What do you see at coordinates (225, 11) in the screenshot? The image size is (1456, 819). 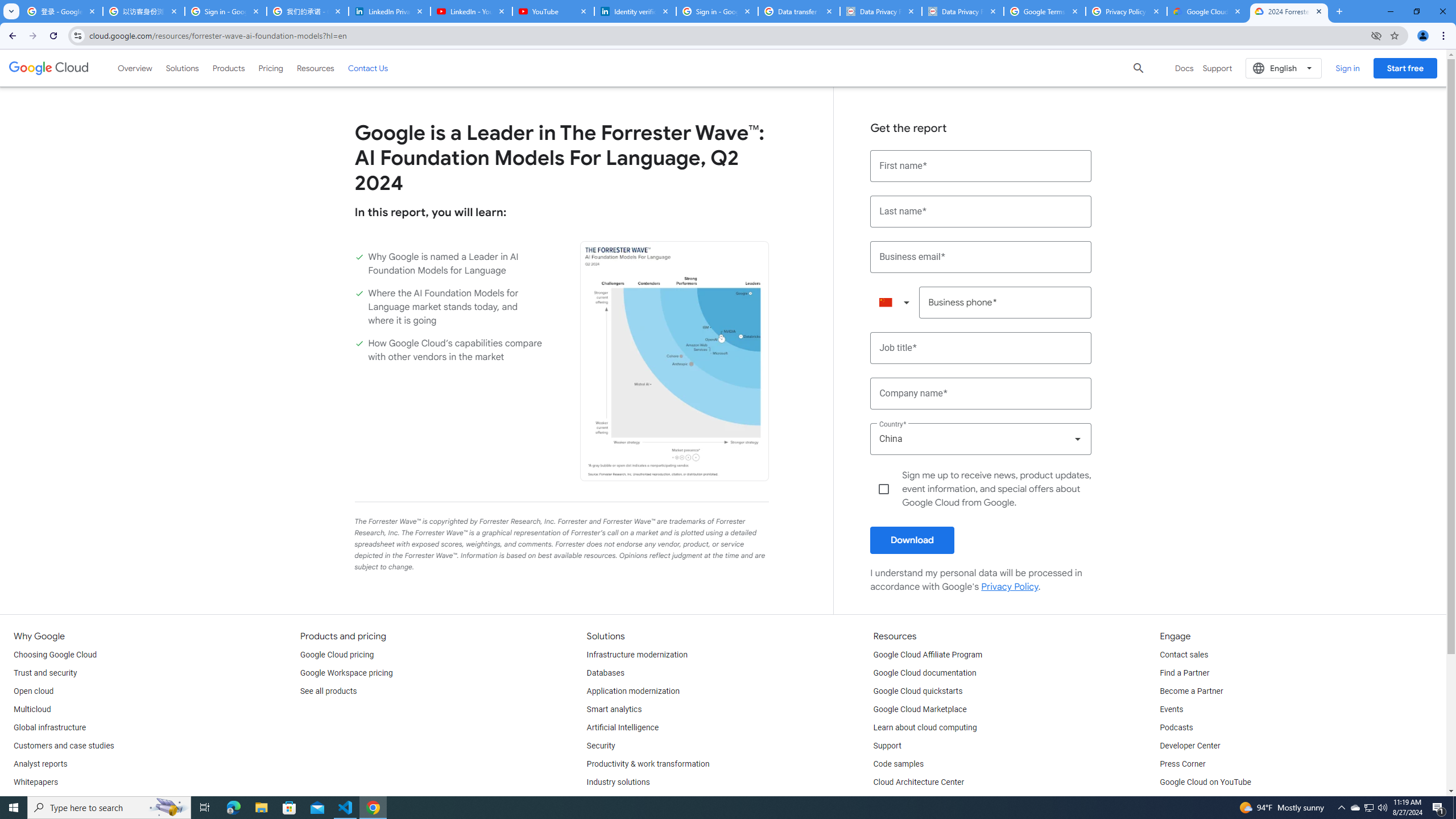 I see `'Sign in - Google Accounts'` at bounding box center [225, 11].